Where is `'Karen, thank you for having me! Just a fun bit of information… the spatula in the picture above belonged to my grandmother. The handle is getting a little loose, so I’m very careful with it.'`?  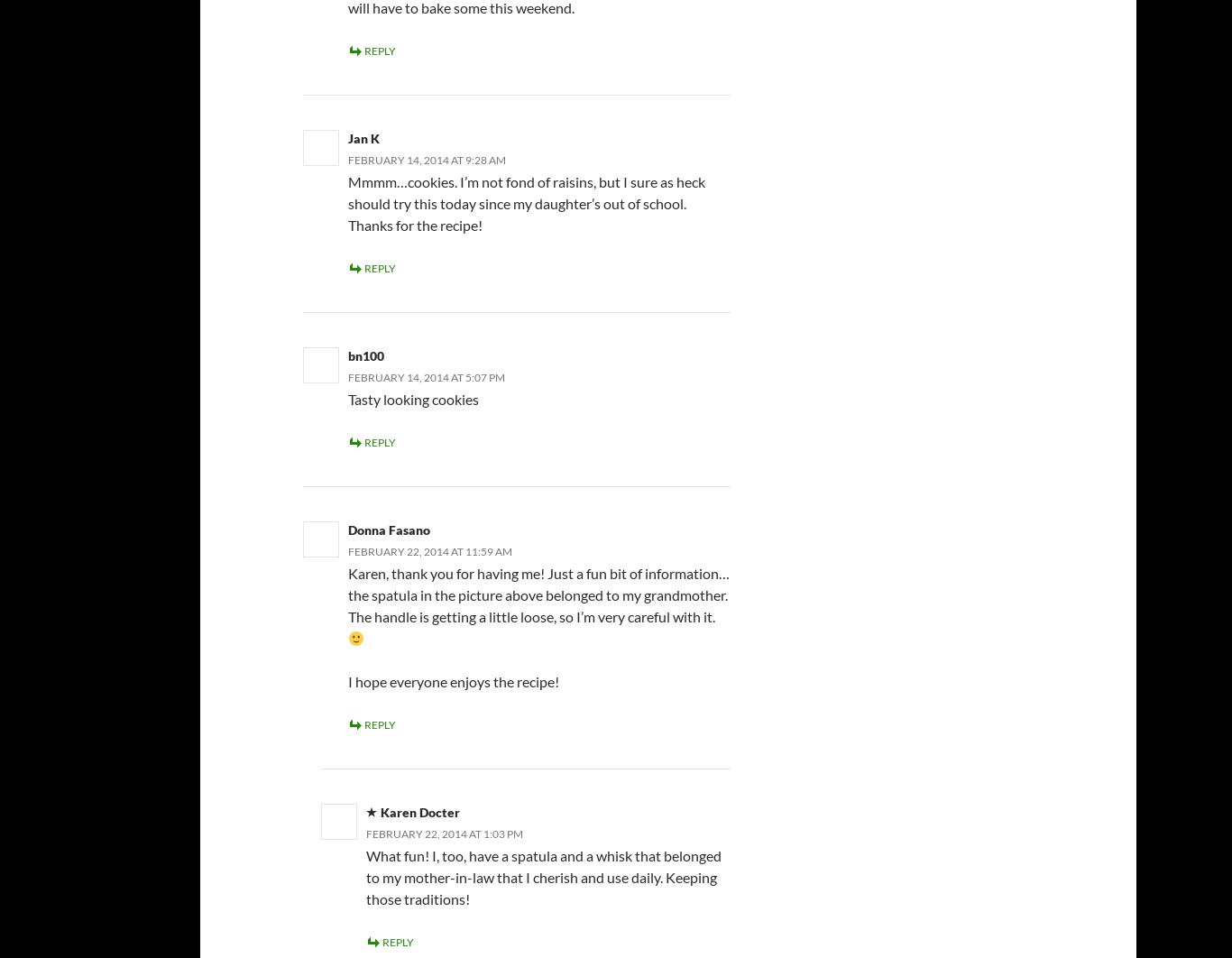 'Karen, thank you for having me! Just a fun bit of information… the spatula in the picture above belonged to my grandmother. The handle is getting a little loose, so I’m very careful with it.' is located at coordinates (538, 594).